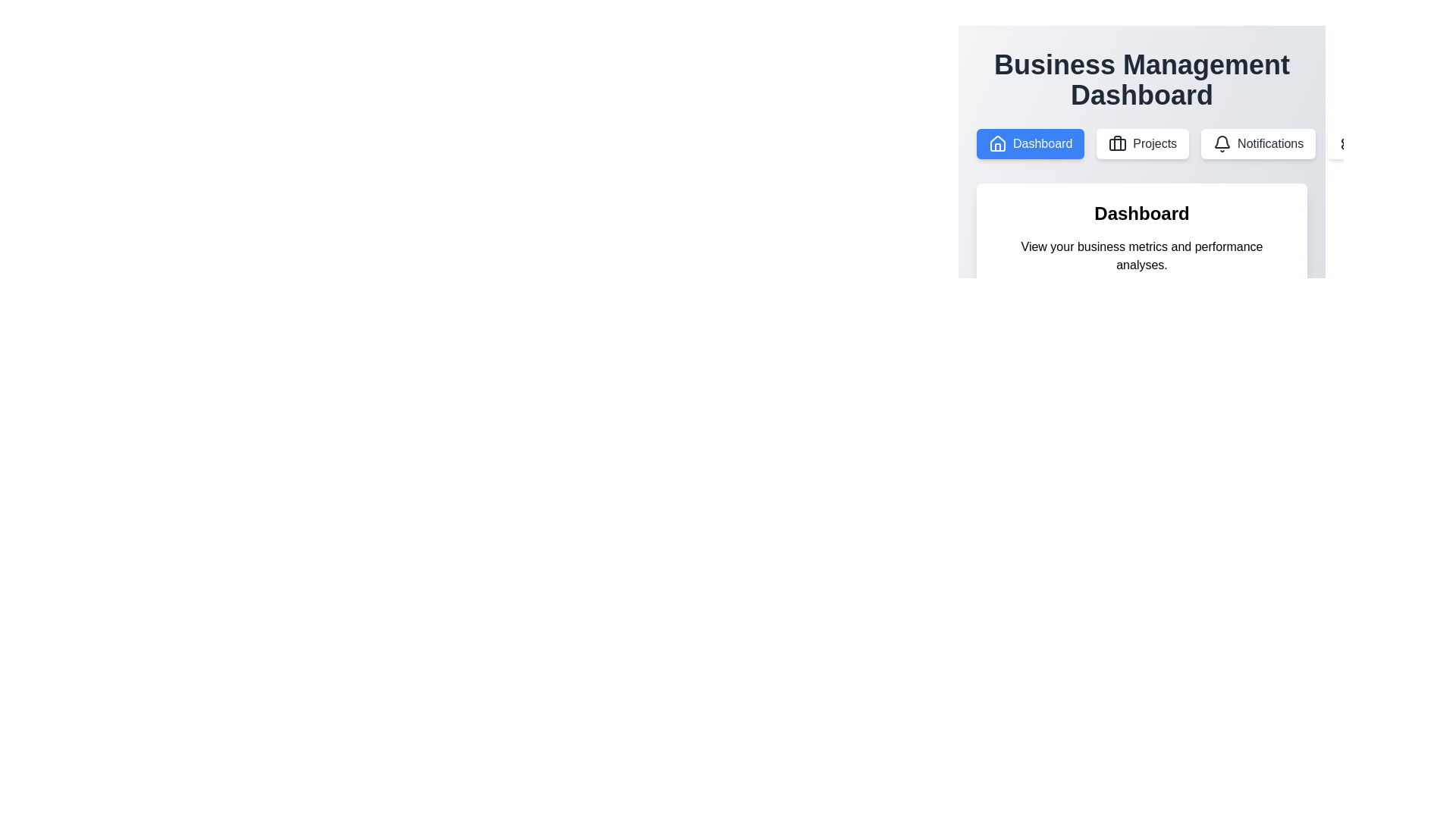 The width and height of the screenshot is (1456, 819). I want to click on the rightmost button in the horizontal navigation bar, so click(1374, 143).